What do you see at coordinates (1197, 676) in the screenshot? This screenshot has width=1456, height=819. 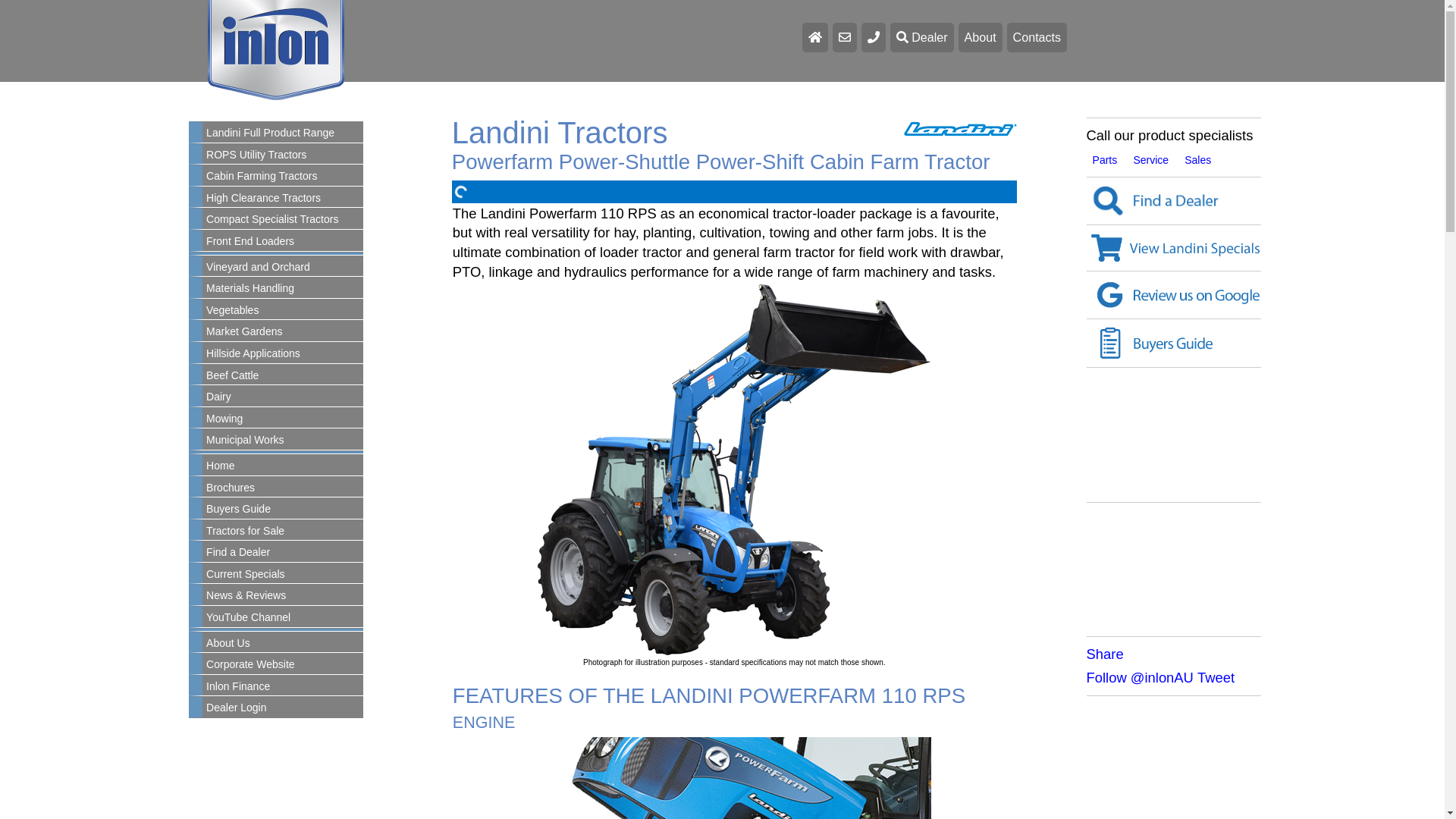 I see `'Tweet'` at bounding box center [1197, 676].